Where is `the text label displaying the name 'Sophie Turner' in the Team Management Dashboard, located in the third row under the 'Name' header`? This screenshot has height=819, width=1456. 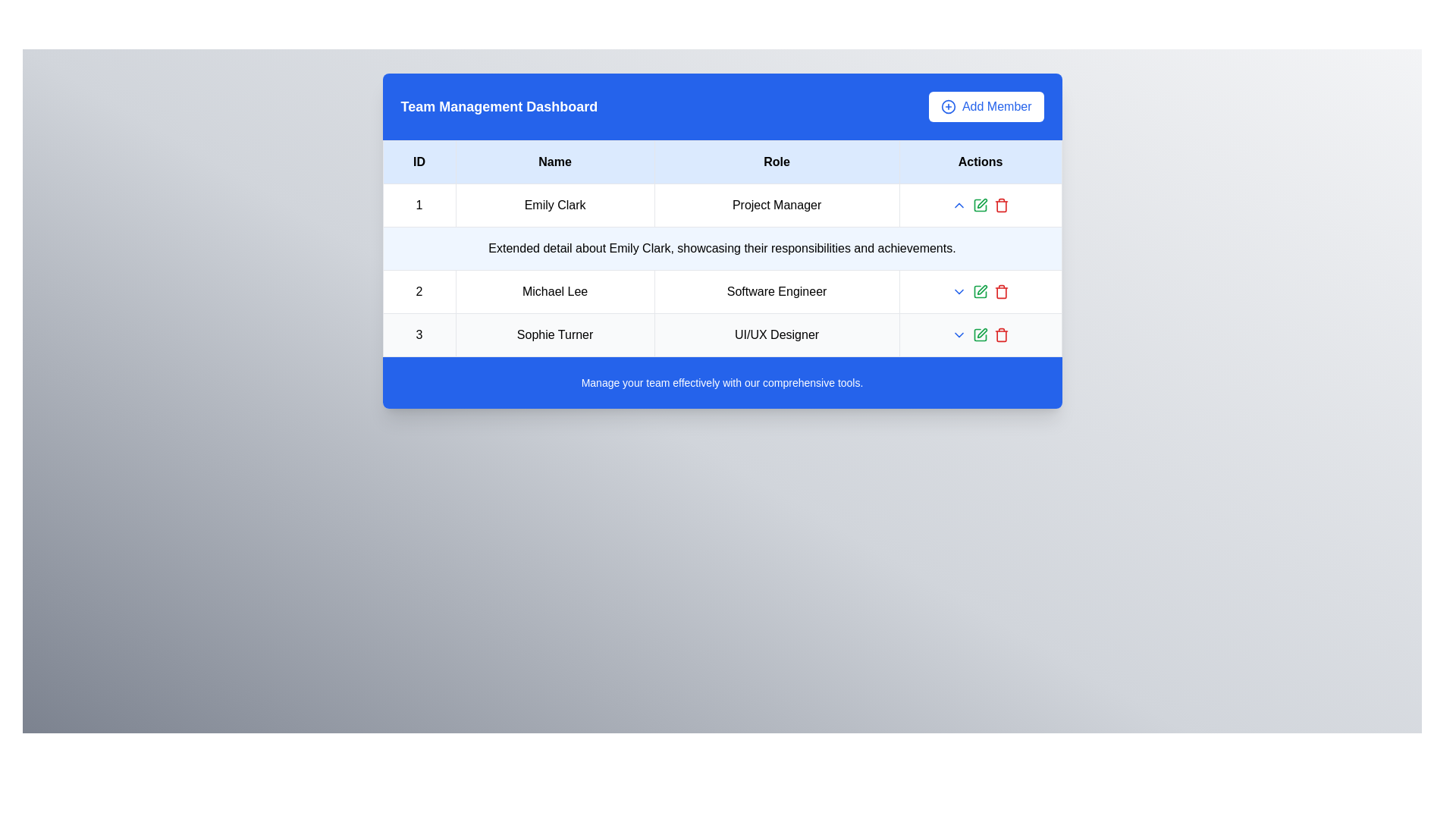 the text label displaying the name 'Sophie Turner' in the Team Management Dashboard, located in the third row under the 'Name' header is located at coordinates (554, 334).